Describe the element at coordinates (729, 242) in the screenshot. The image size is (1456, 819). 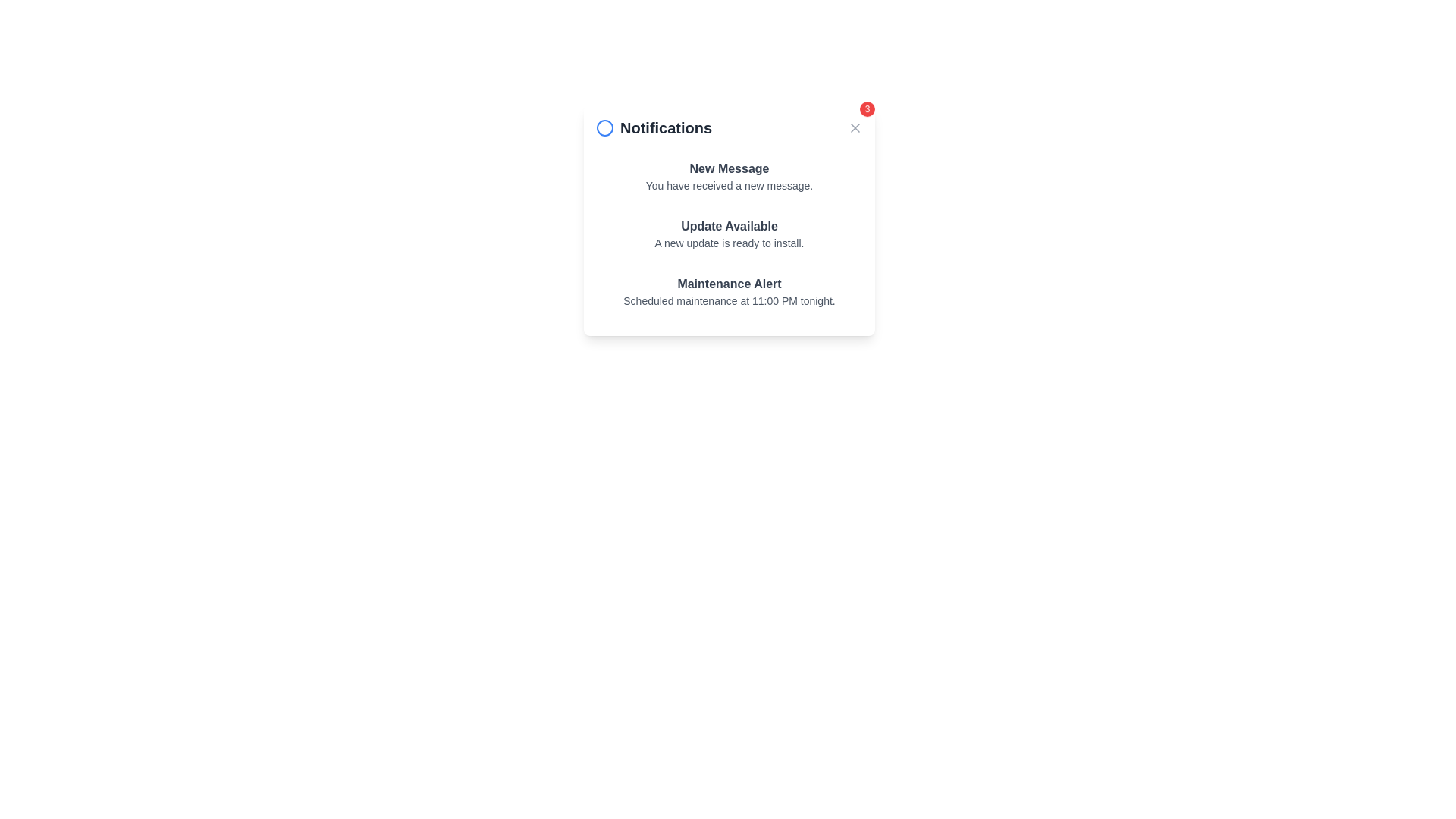
I see `the informational Text label that provides details about an available update, positioned below the bold text 'Update Available.'` at that location.